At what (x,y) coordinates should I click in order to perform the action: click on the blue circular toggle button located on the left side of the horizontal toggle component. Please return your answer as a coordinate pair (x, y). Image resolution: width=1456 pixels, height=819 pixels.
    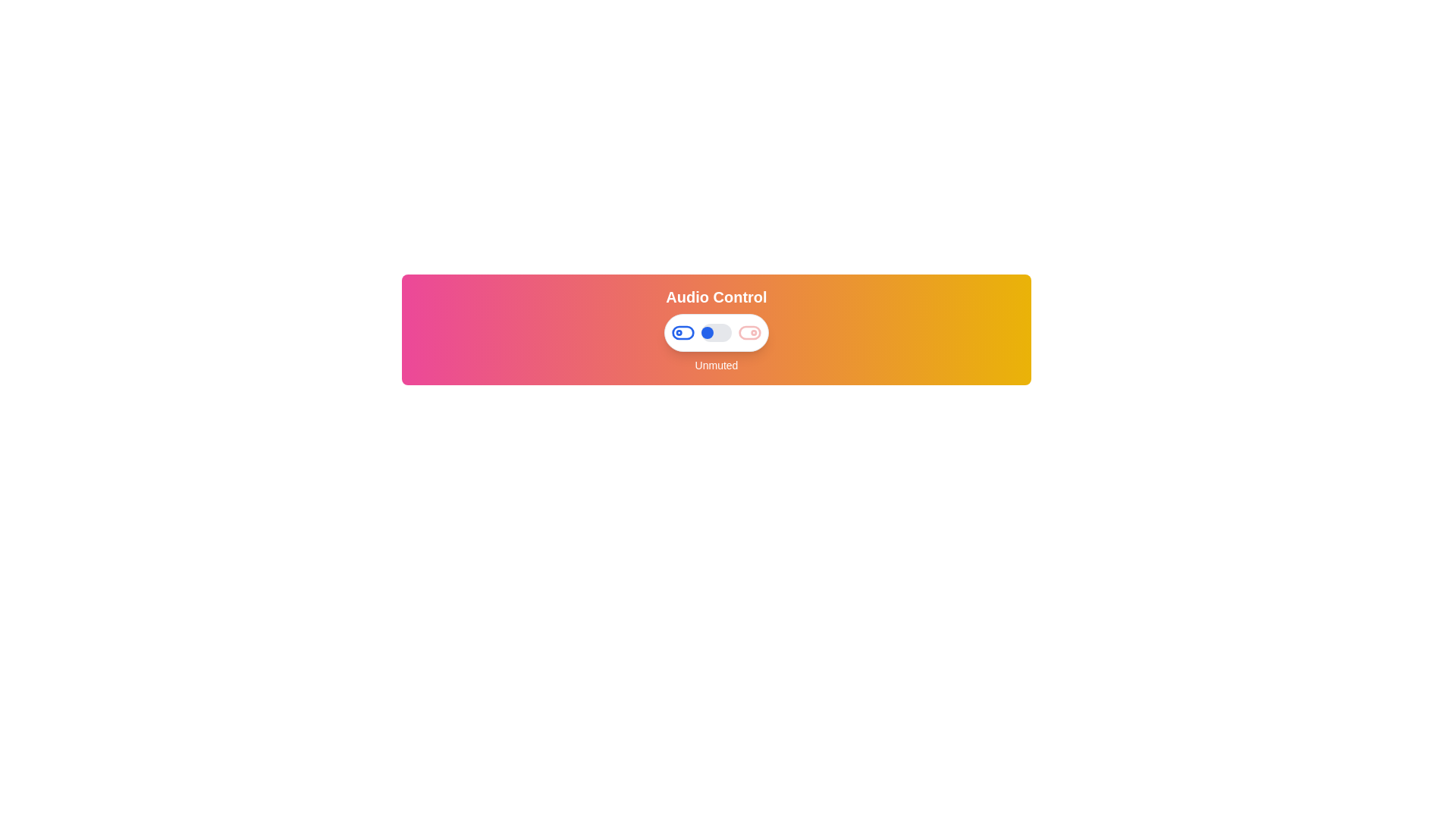
    Looking at the image, I should click on (682, 332).